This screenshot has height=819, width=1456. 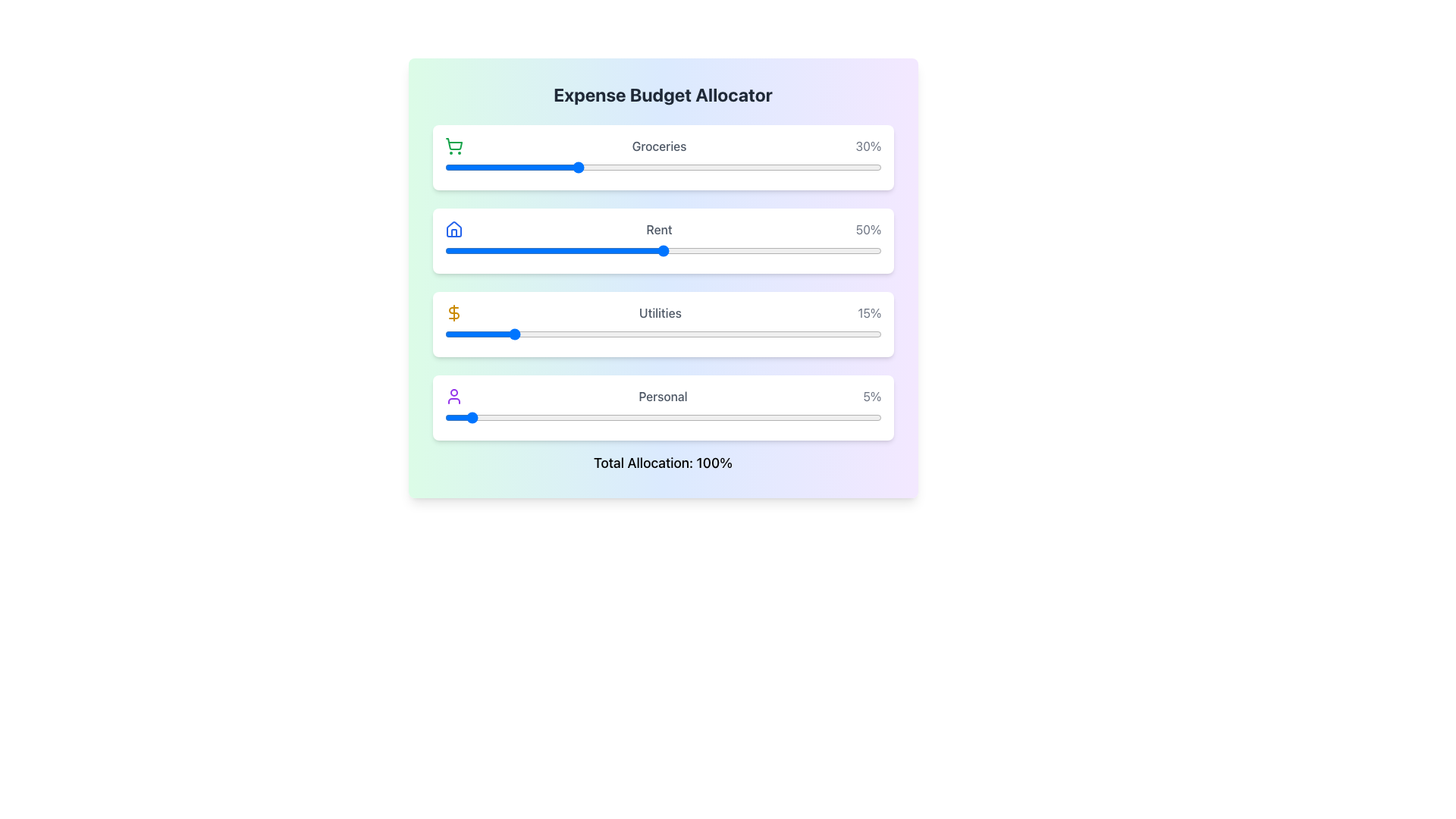 I want to click on utilities allocation, so click(x=470, y=333).